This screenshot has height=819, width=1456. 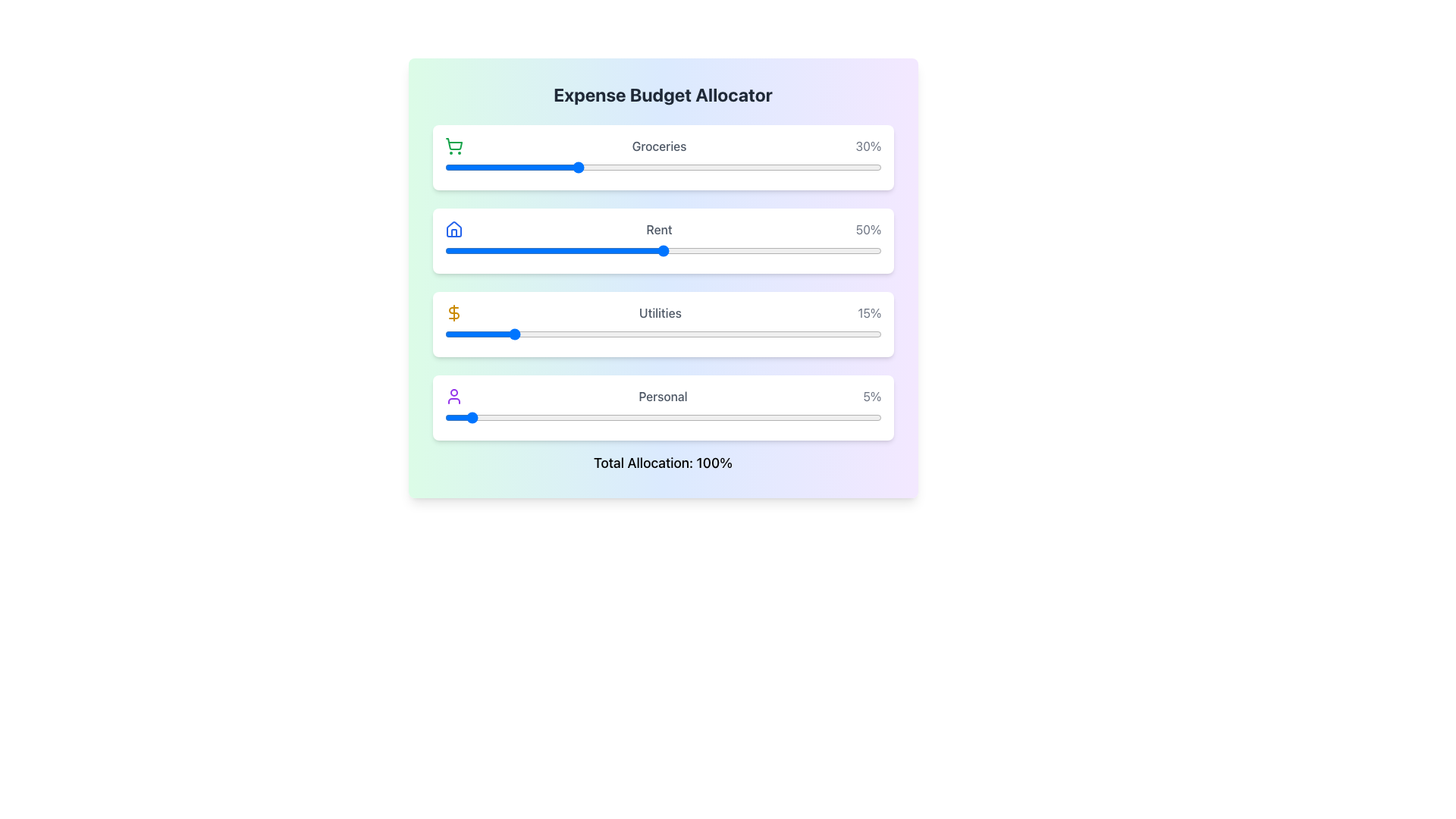 I want to click on utilities allocation, so click(x=470, y=333).